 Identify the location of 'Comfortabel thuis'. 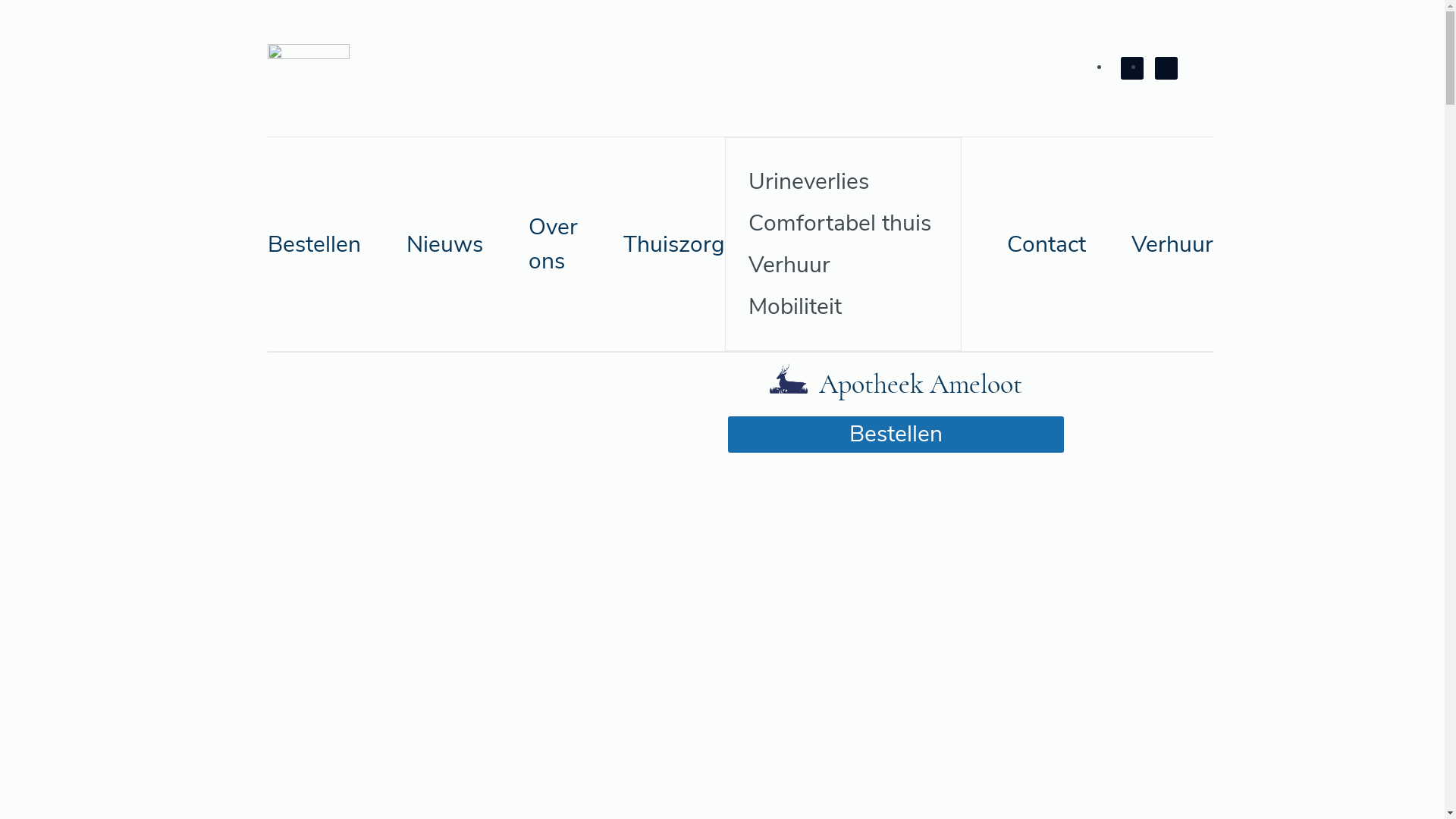
(841, 223).